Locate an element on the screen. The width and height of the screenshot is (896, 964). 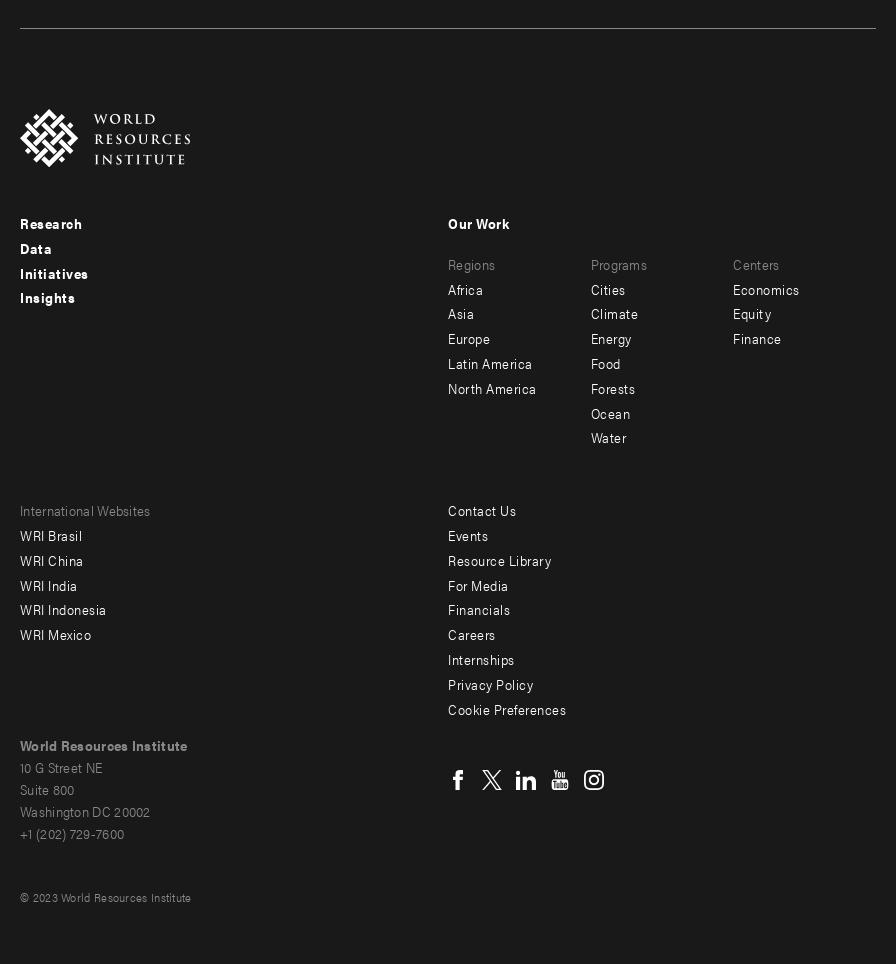
'WRI China' is located at coordinates (51, 559).